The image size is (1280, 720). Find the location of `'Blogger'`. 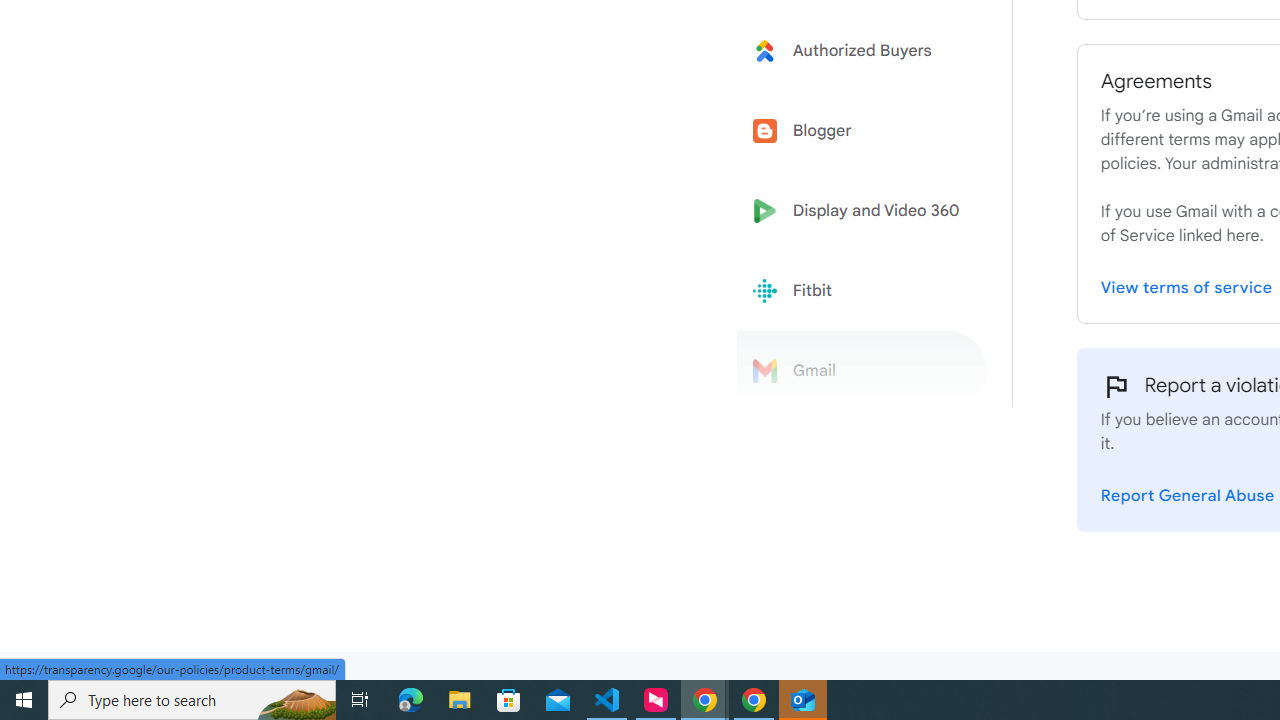

'Blogger' is located at coordinates (862, 131).